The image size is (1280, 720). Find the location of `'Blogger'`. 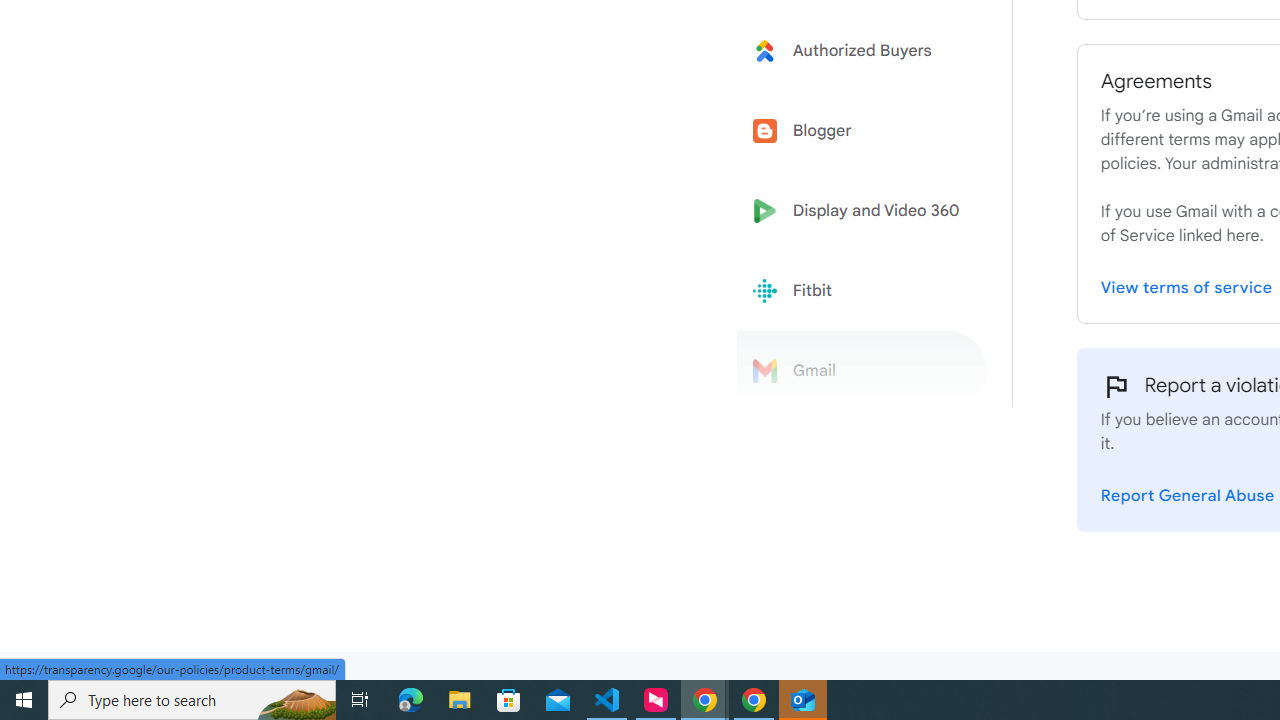

'Blogger' is located at coordinates (862, 131).